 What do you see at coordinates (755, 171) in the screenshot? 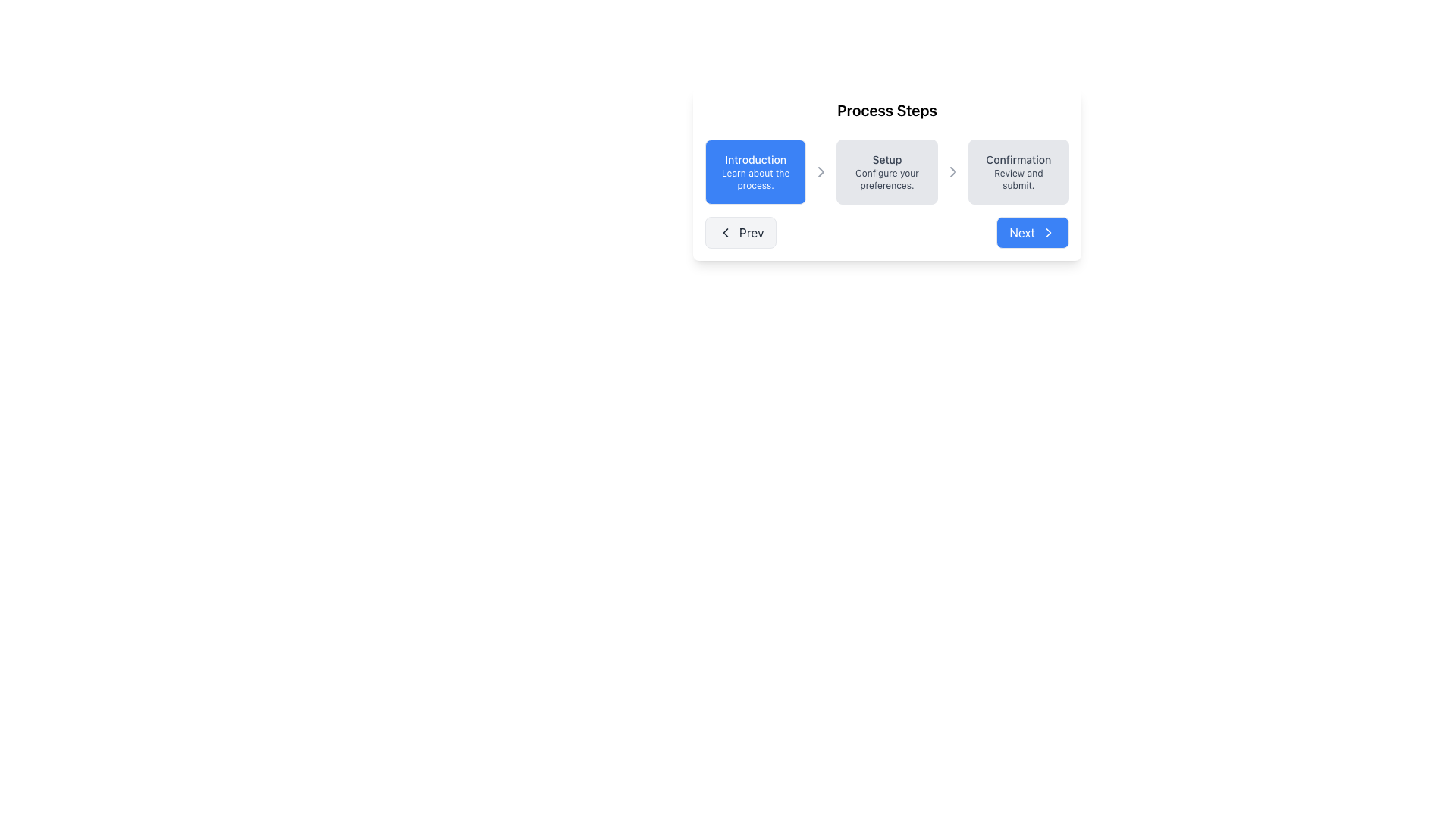
I see `the 'Introduction' navigation button located in the top-left corner of the options group` at bounding box center [755, 171].